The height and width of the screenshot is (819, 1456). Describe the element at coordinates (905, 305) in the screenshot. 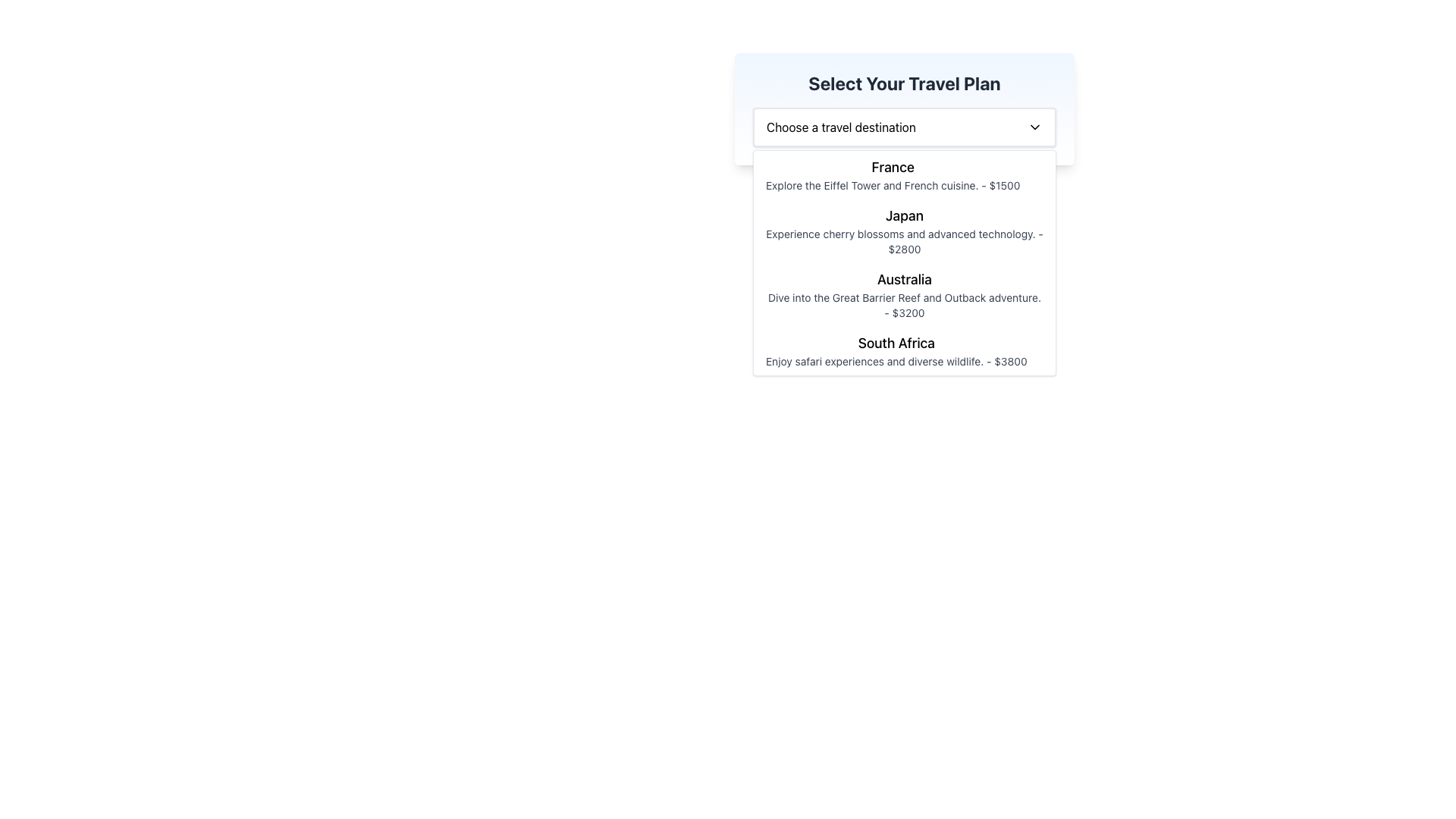

I see `the text block that reads 'Dive into the Great Barrier Reef and Outback adventure. - $3200.' which is styled with a small gray font and positioned below the heading 'Australia' in the dropdown selection box` at that location.